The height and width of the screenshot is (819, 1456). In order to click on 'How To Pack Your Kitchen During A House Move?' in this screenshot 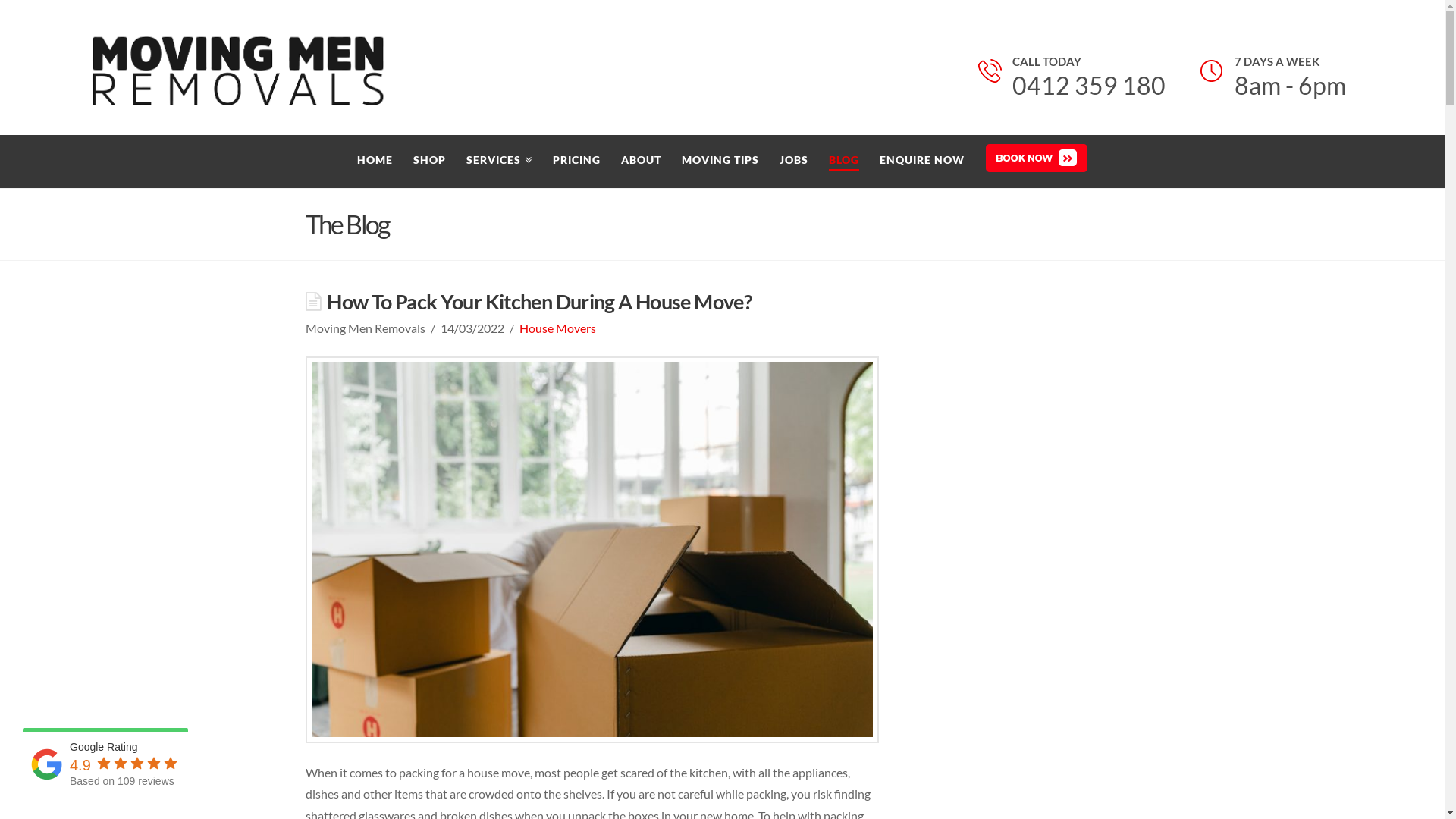, I will do `click(538, 301)`.